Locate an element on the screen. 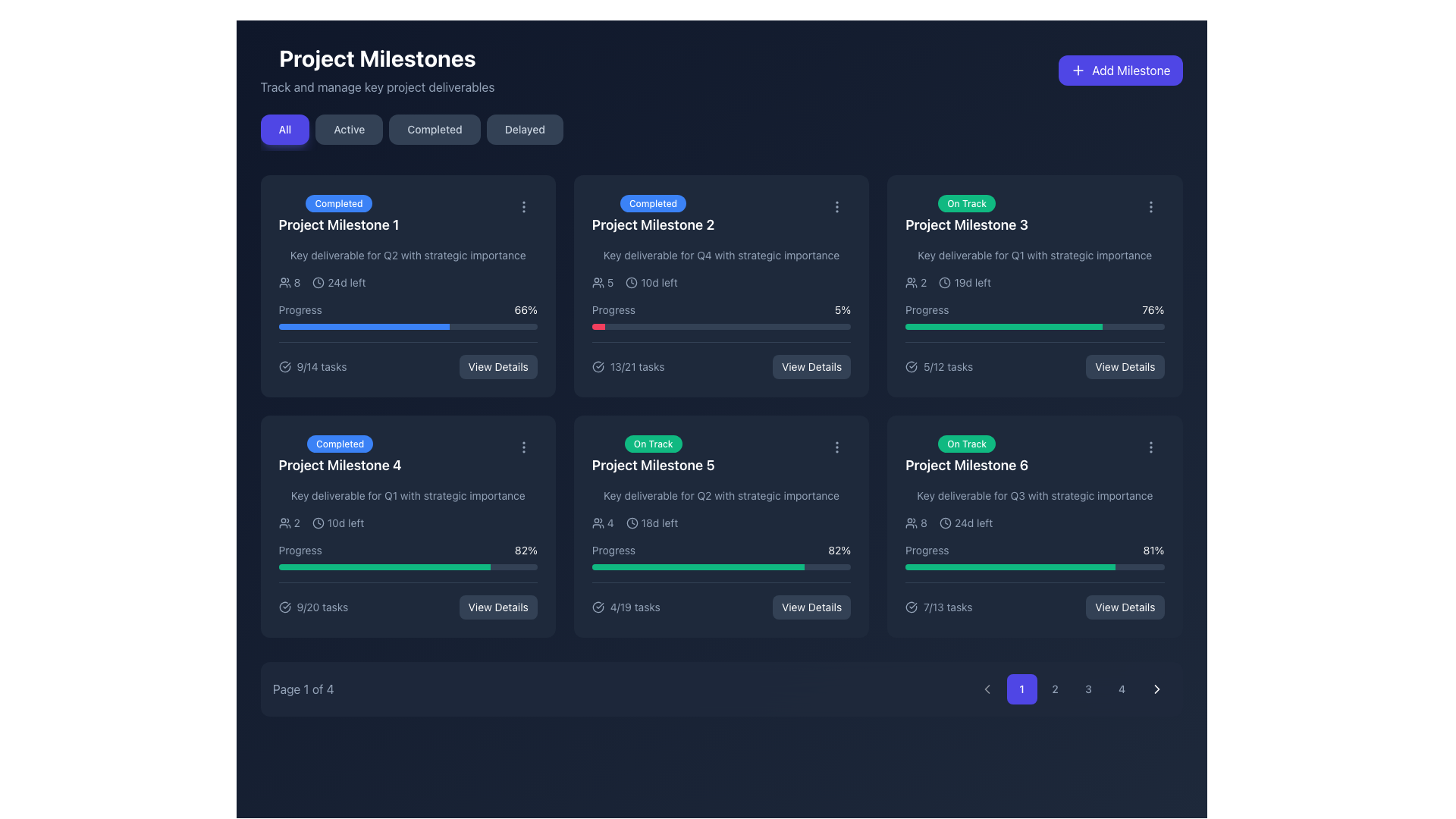  the button in the top-right section of the 'Project Milestone 3' card to trigger potential hover states is located at coordinates (1125, 366).